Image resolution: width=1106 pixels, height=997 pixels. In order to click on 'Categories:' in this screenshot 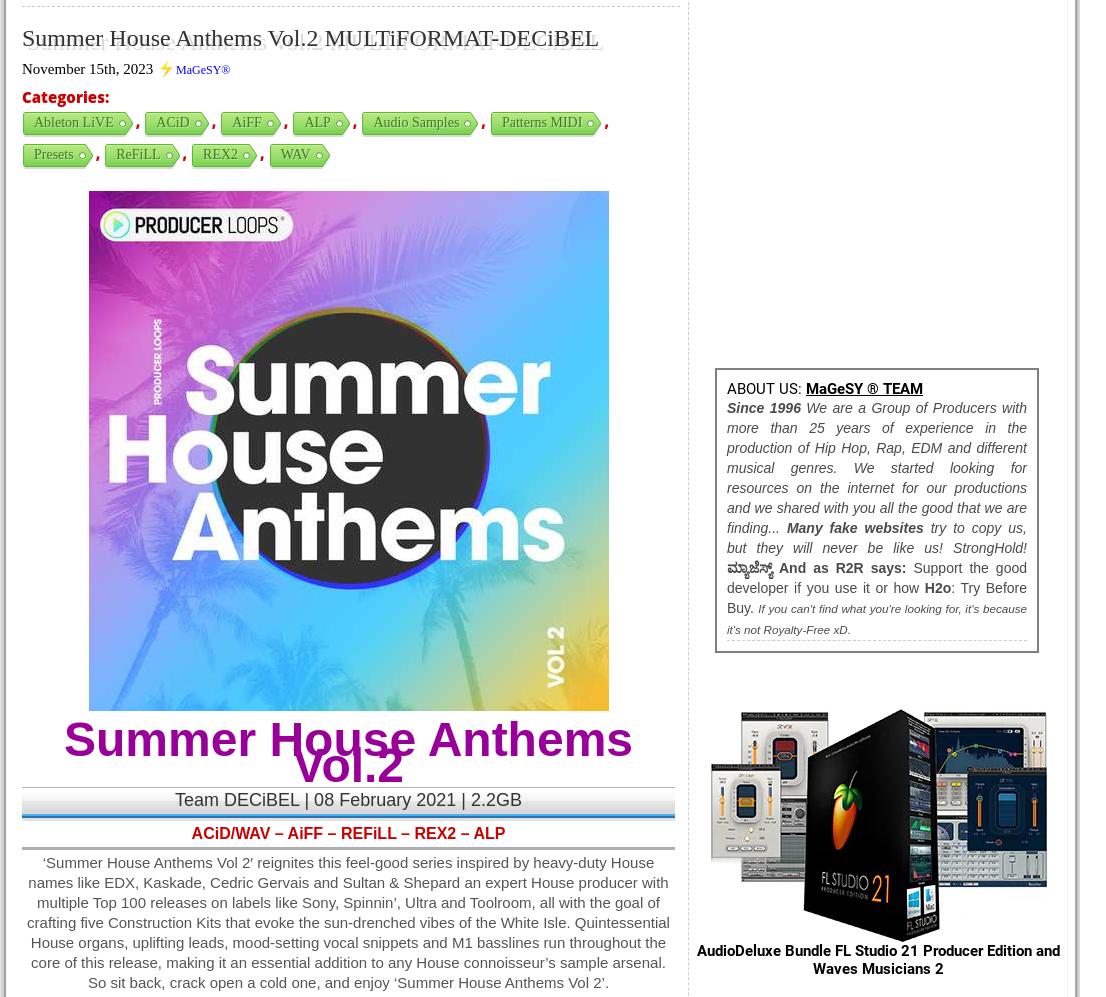, I will do `click(64, 97)`.